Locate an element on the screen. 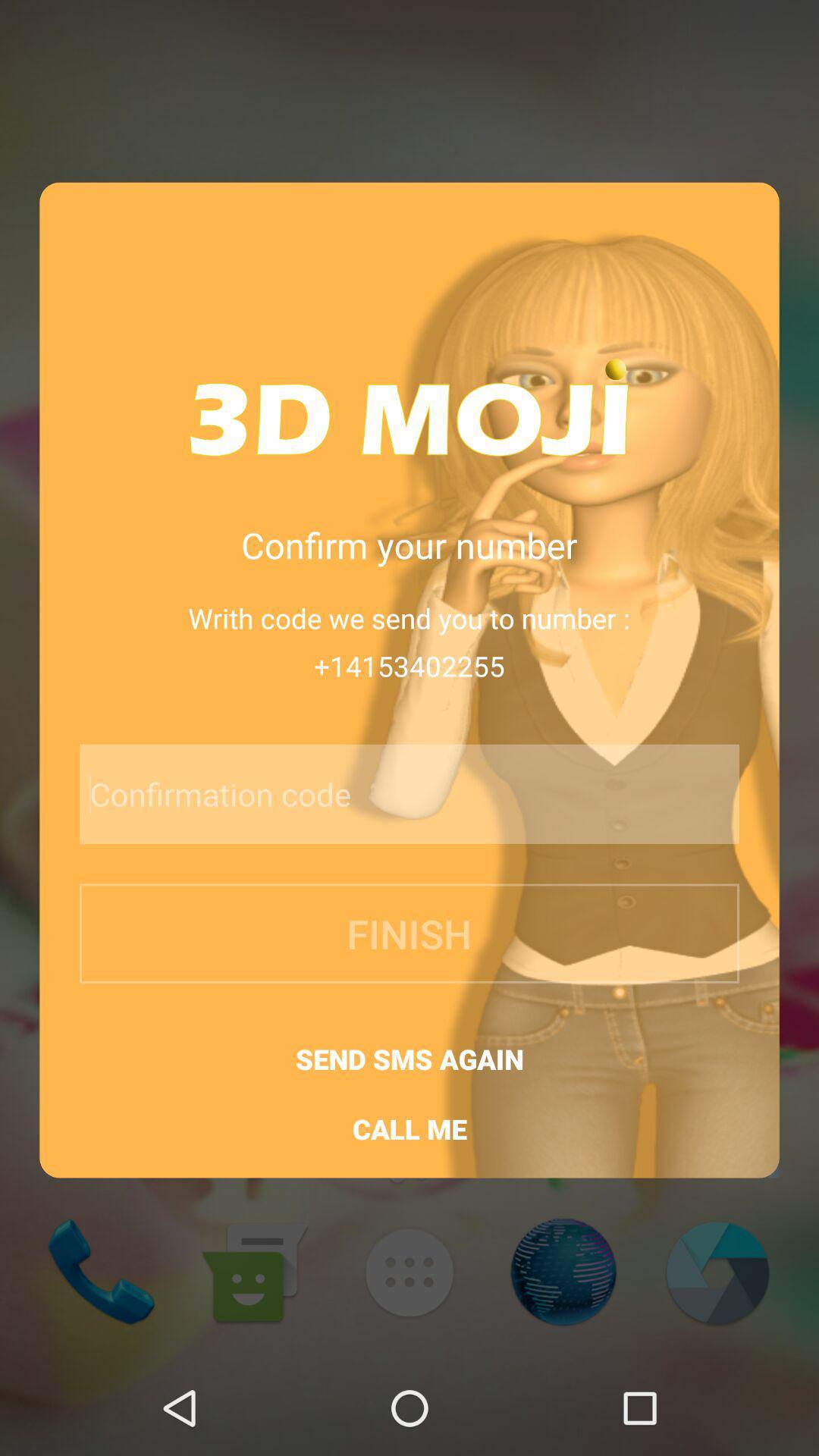 This screenshot has width=819, height=1456. icon below +14153402255 is located at coordinates (369, 793).